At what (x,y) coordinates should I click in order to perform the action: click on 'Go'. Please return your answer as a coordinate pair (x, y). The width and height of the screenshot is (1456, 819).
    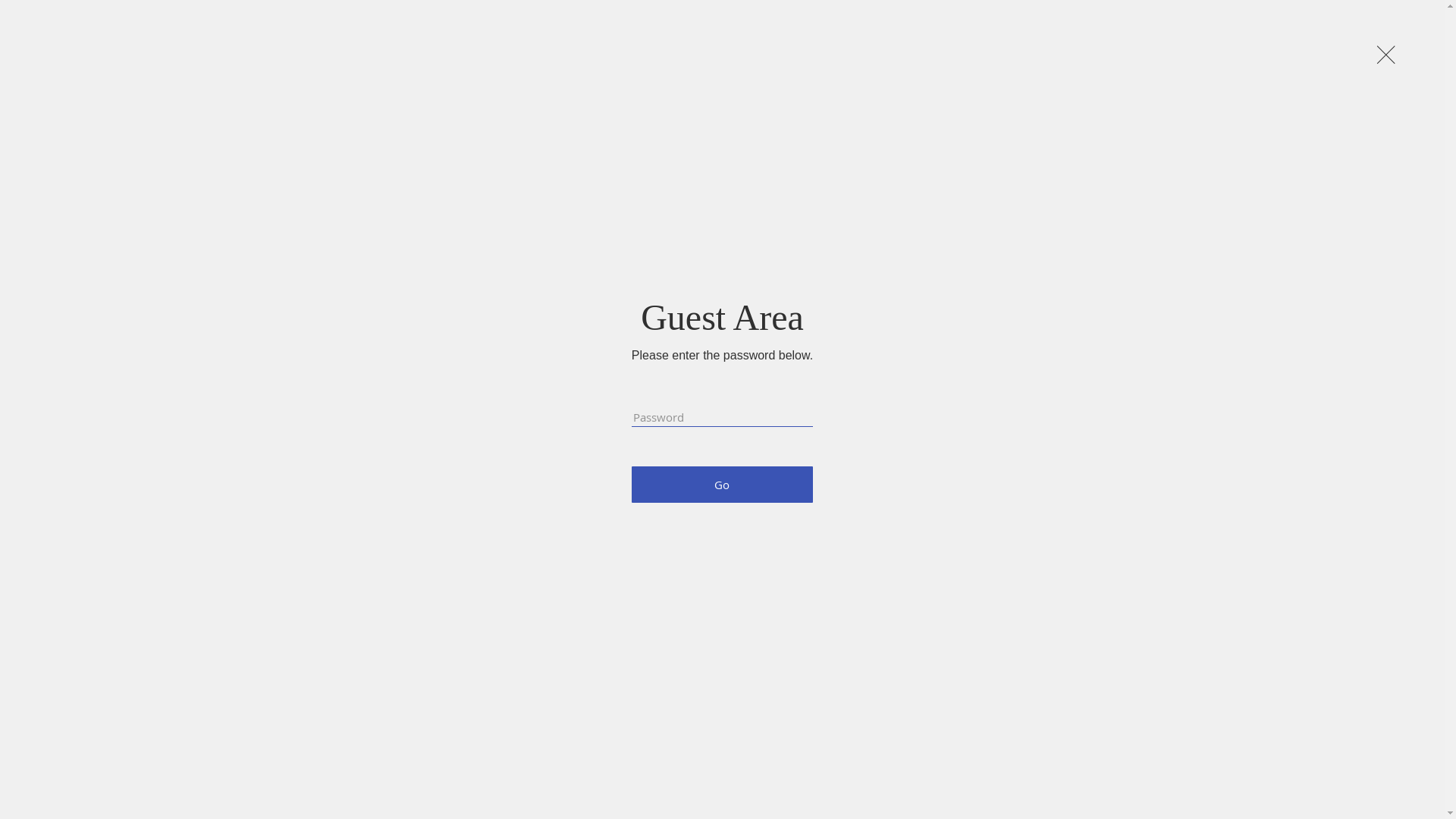
    Looking at the image, I should click on (721, 485).